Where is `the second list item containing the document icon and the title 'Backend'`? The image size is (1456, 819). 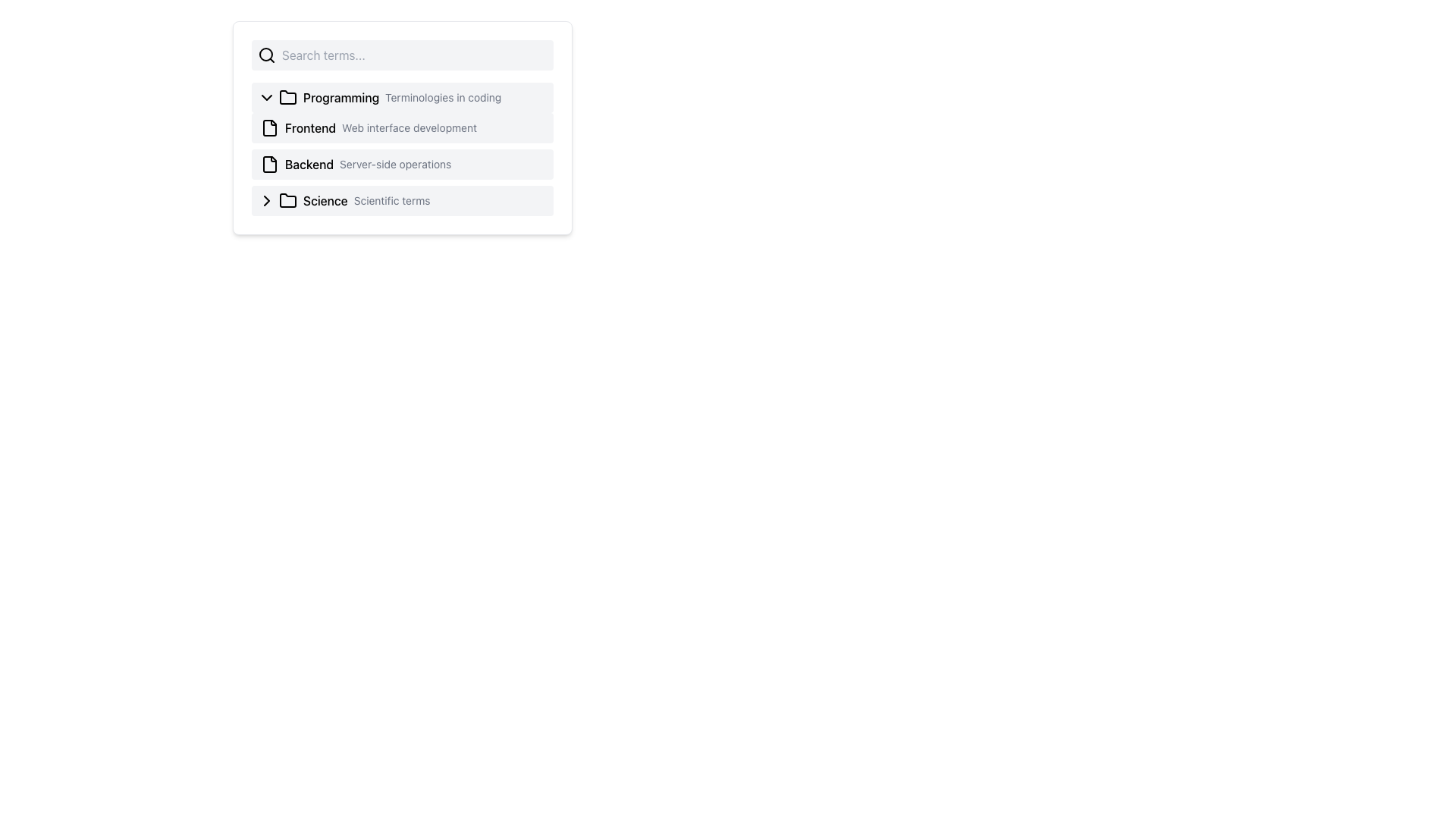 the second list item containing the document icon and the title 'Backend' is located at coordinates (403, 164).